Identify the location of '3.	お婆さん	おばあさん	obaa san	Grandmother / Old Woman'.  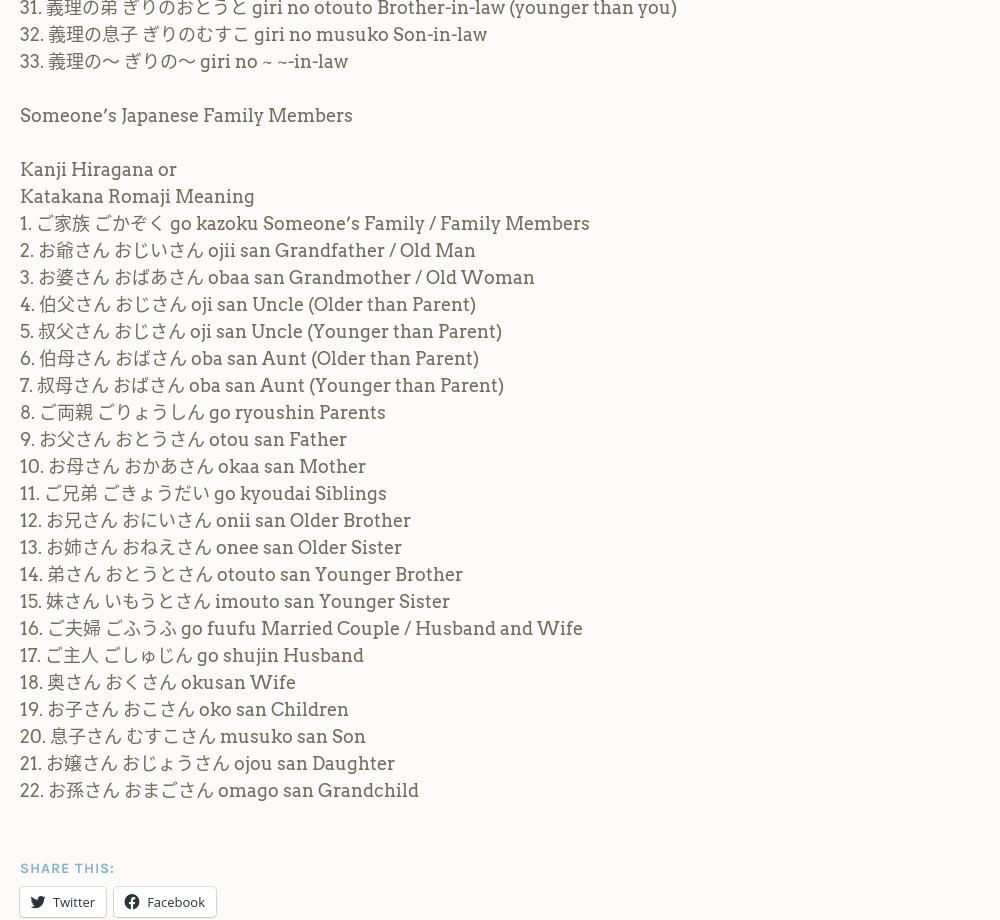
(277, 276).